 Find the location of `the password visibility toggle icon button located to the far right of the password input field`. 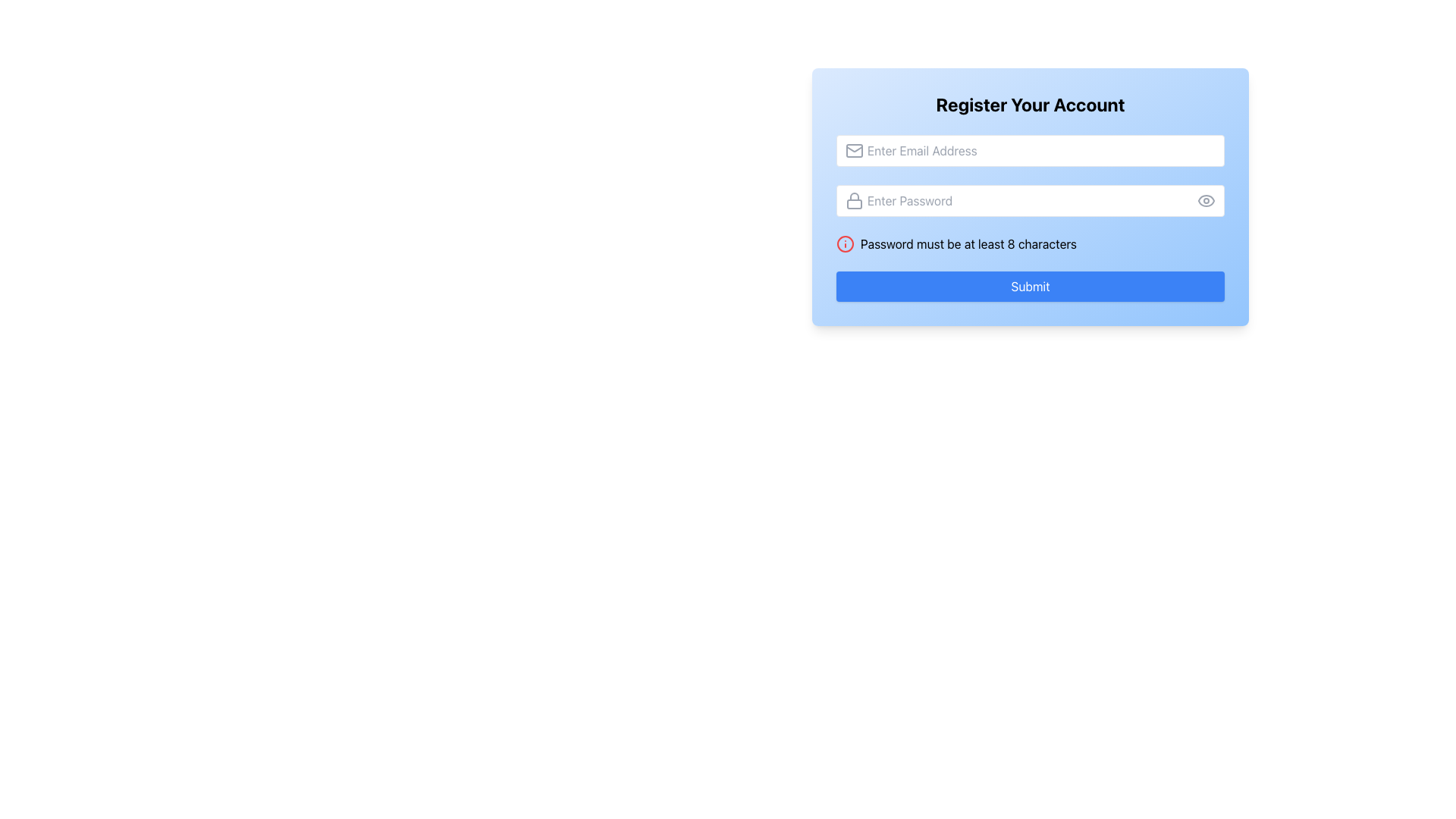

the password visibility toggle icon button located to the far right of the password input field is located at coordinates (1205, 200).